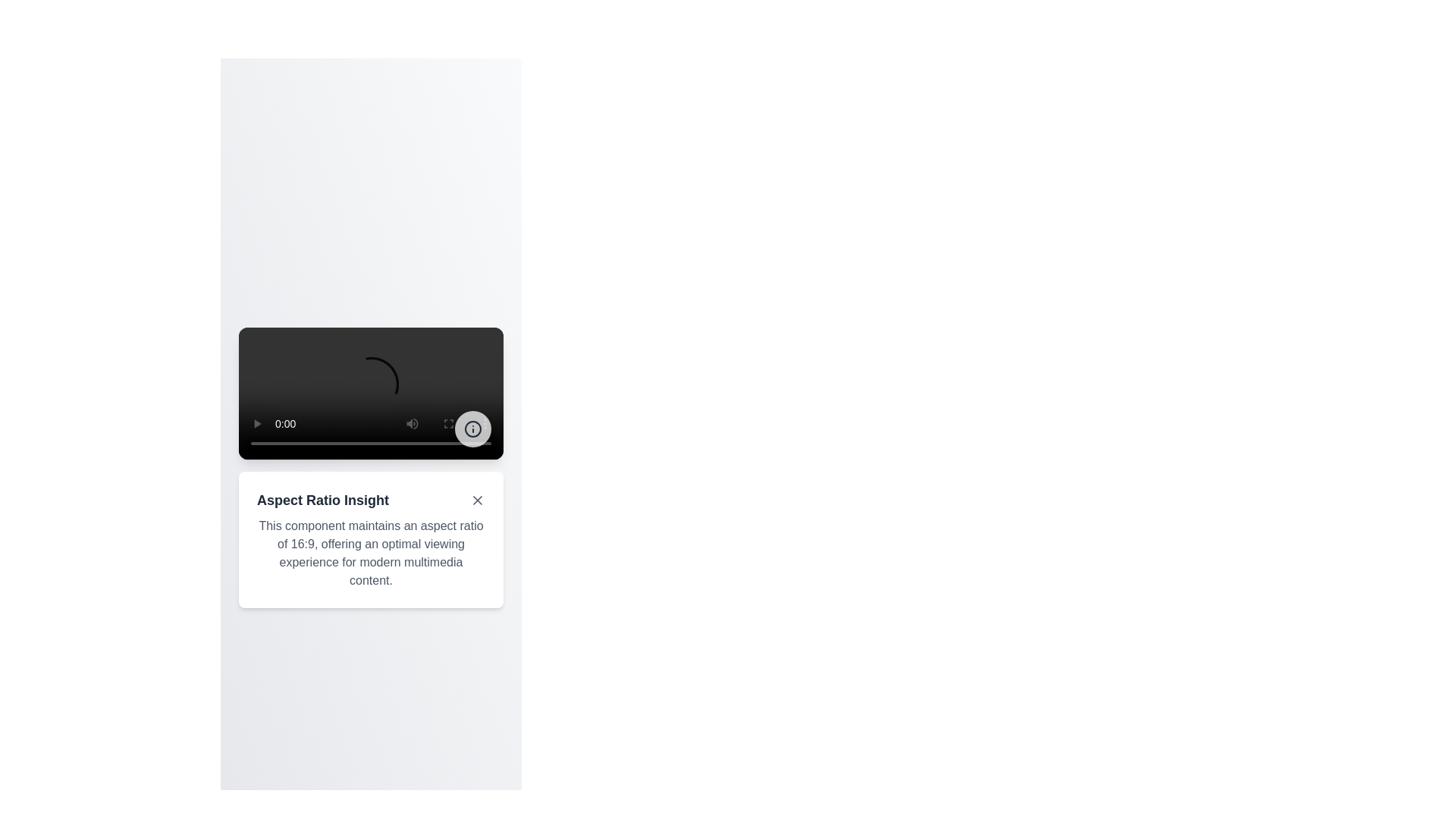 The image size is (1456, 819). What do you see at coordinates (371, 554) in the screenshot?
I see `the descriptive text that reads: 'This component maintains an aspect ratio of 16:9, offering an optimal viewing experience for modern multimedia content.' located below the heading 'Aspect Ratio Insight' within a white card layout` at bounding box center [371, 554].